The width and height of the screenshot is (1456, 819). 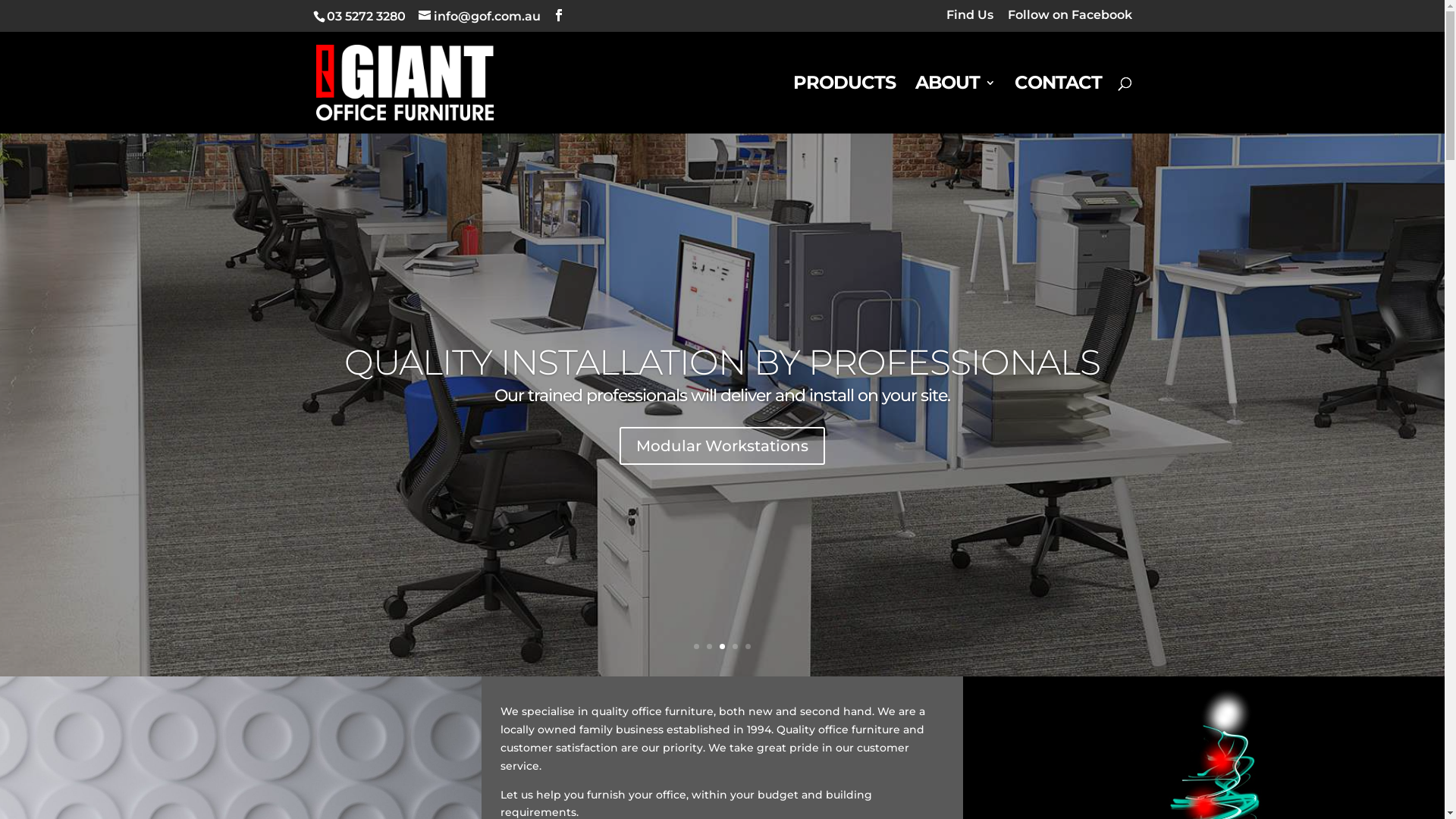 What do you see at coordinates (735, 646) in the screenshot?
I see `'4'` at bounding box center [735, 646].